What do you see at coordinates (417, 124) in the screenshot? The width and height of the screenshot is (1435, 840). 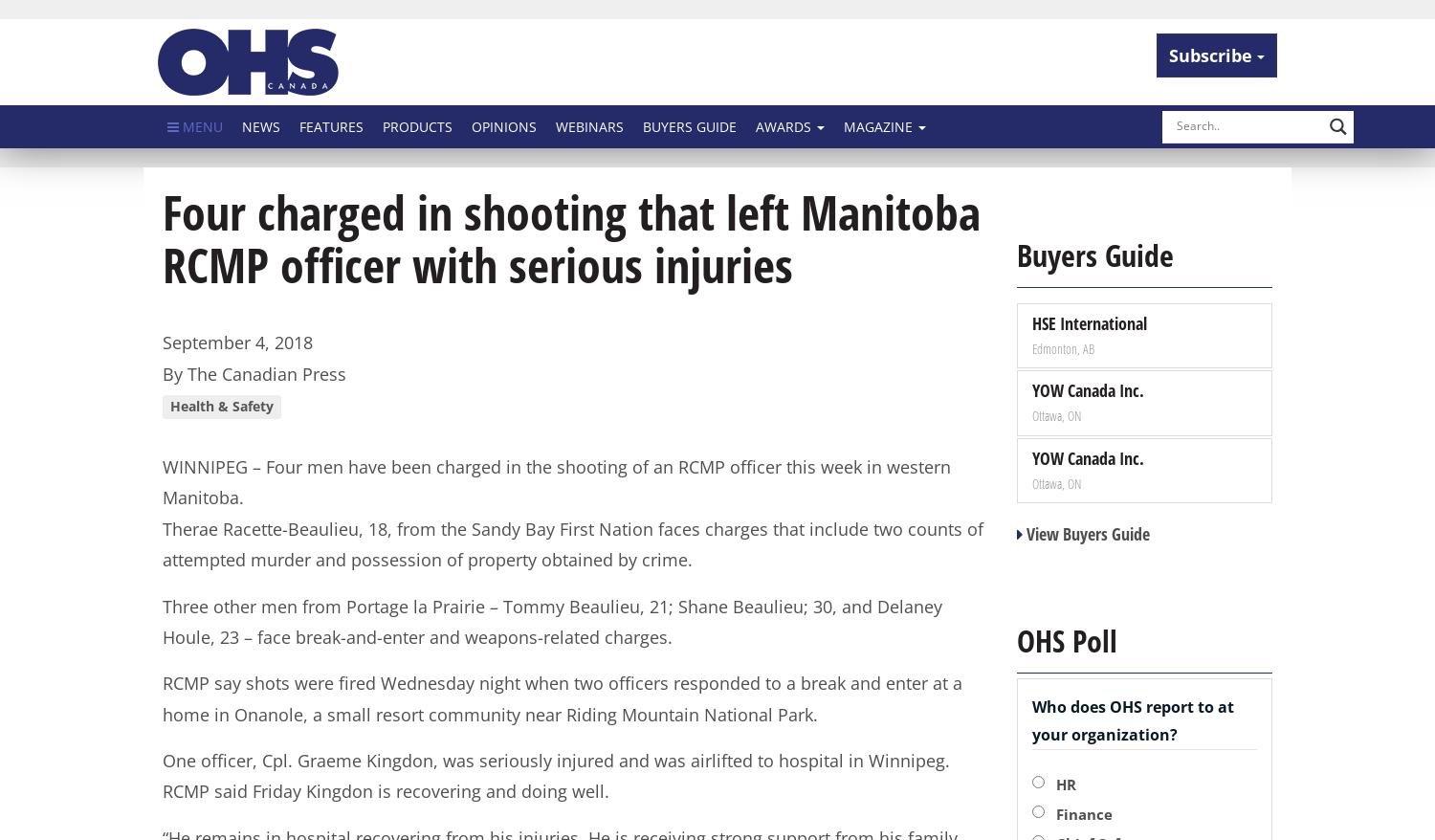 I see `'Products'` at bounding box center [417, 124].